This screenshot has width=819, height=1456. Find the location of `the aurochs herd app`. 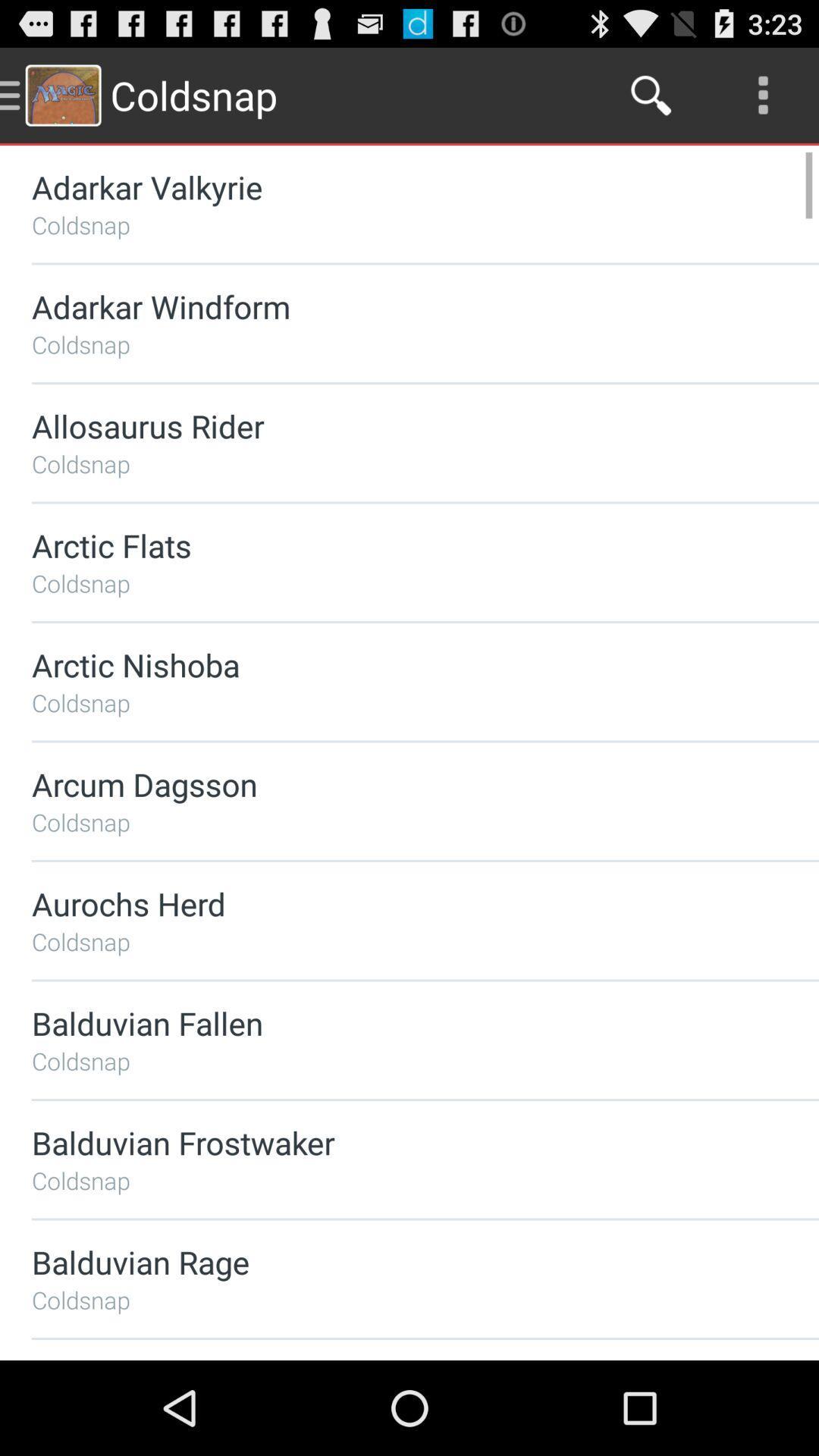

the aurochs herd app is located at coordinates (384, 903).